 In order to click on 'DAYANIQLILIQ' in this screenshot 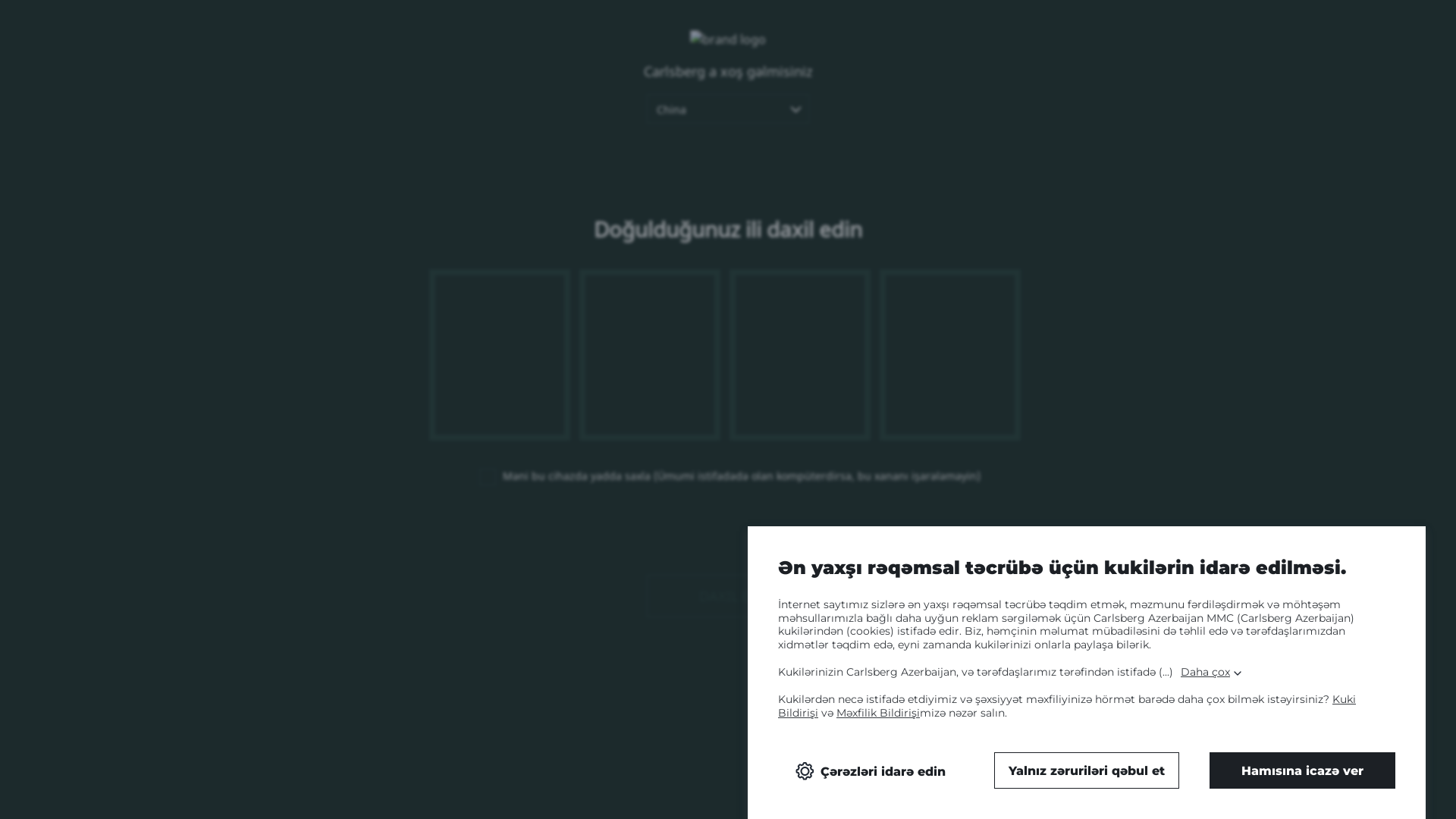, I will do `click(1095, 48)`.